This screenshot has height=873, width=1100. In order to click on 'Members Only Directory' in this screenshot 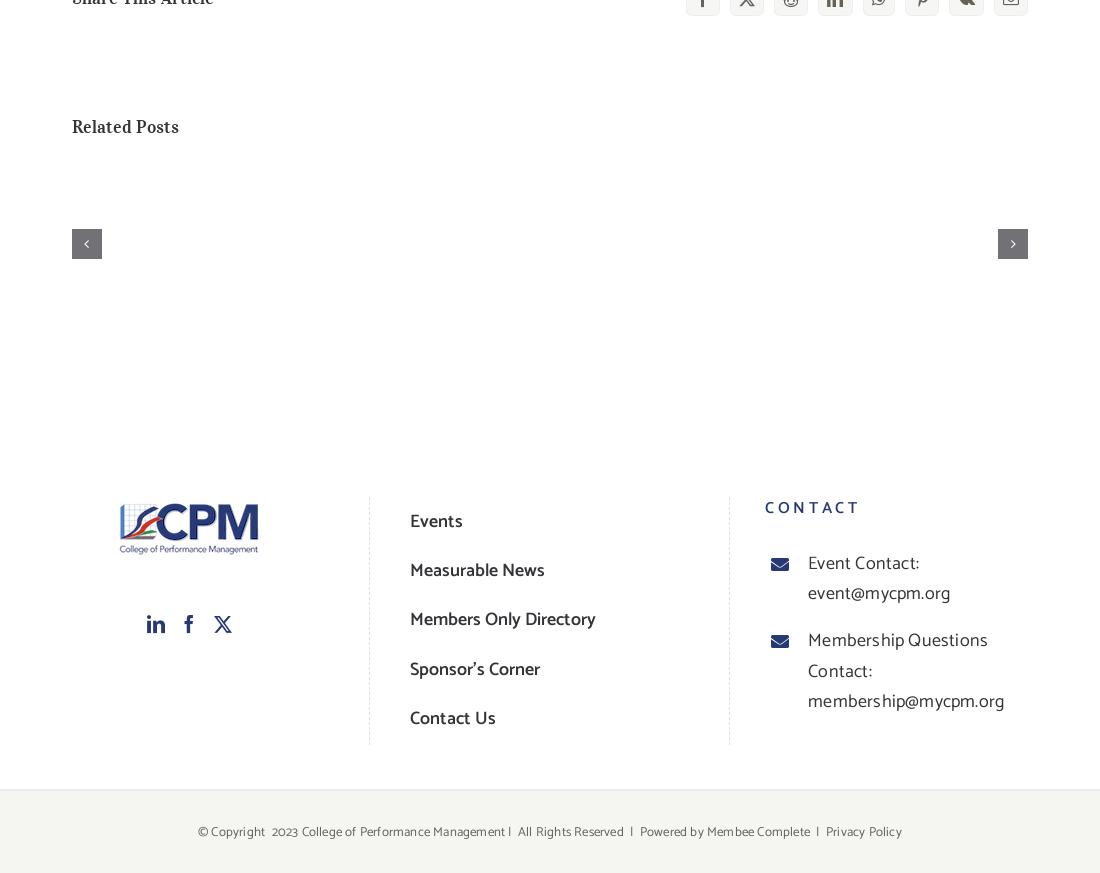, I will do `click(503, 620)`.